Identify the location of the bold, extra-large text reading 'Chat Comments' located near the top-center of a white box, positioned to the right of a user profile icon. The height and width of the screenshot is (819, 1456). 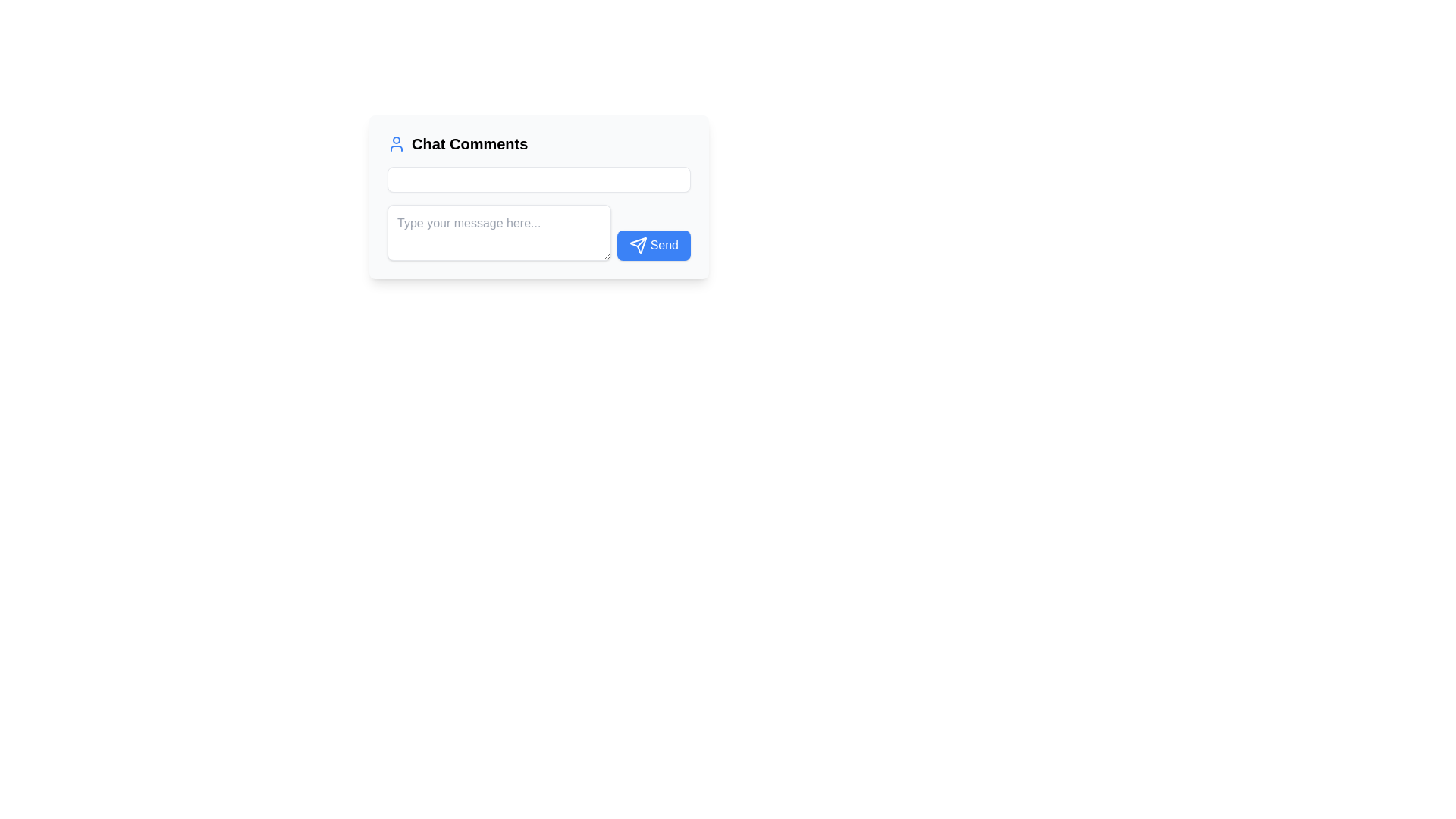
(469, 143).